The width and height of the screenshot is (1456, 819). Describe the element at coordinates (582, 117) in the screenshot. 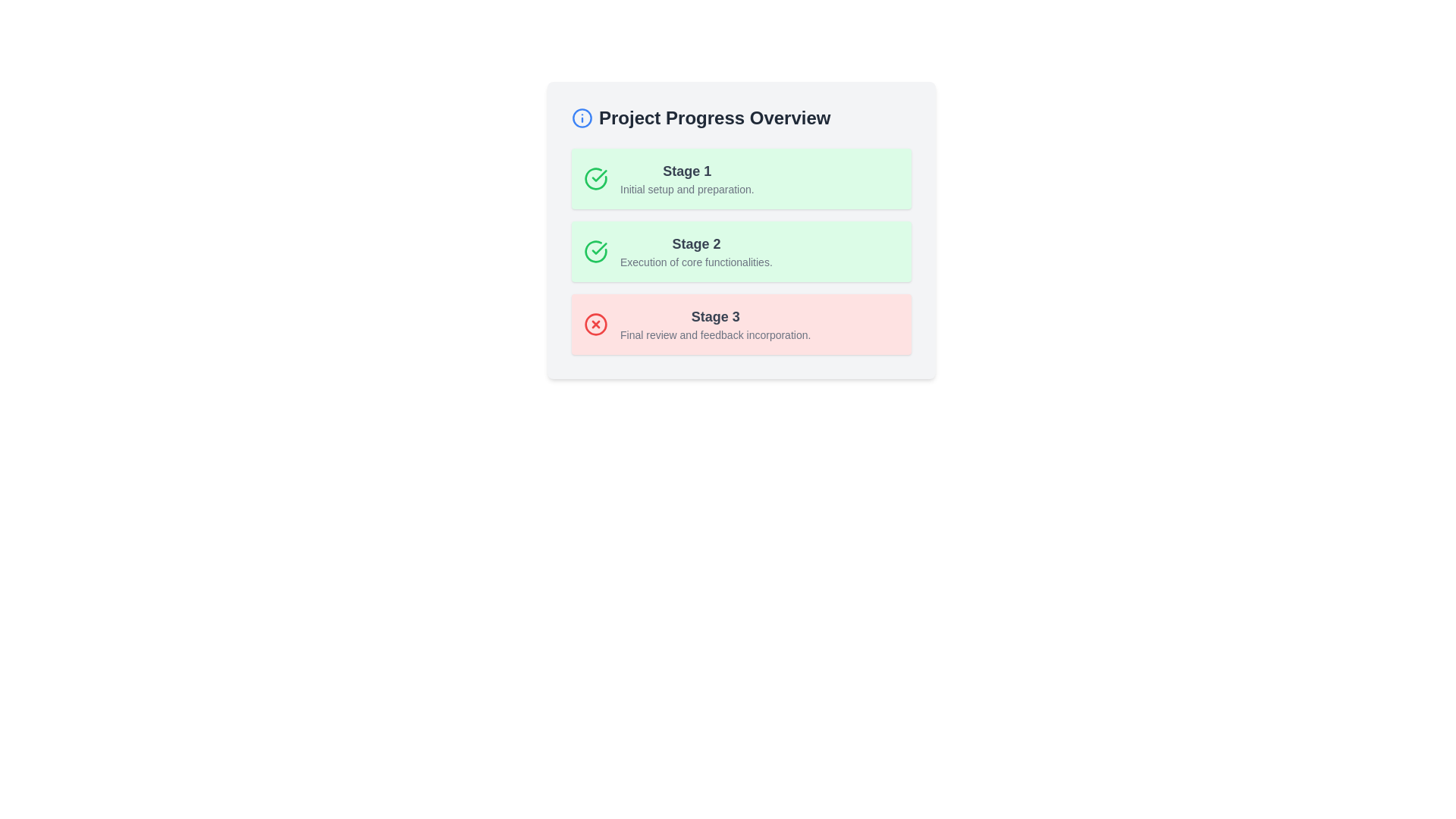

I see `the circular shape with a blue border located inside the blue circular icon preceding the heading 'Project Progress Overview'` at that location.